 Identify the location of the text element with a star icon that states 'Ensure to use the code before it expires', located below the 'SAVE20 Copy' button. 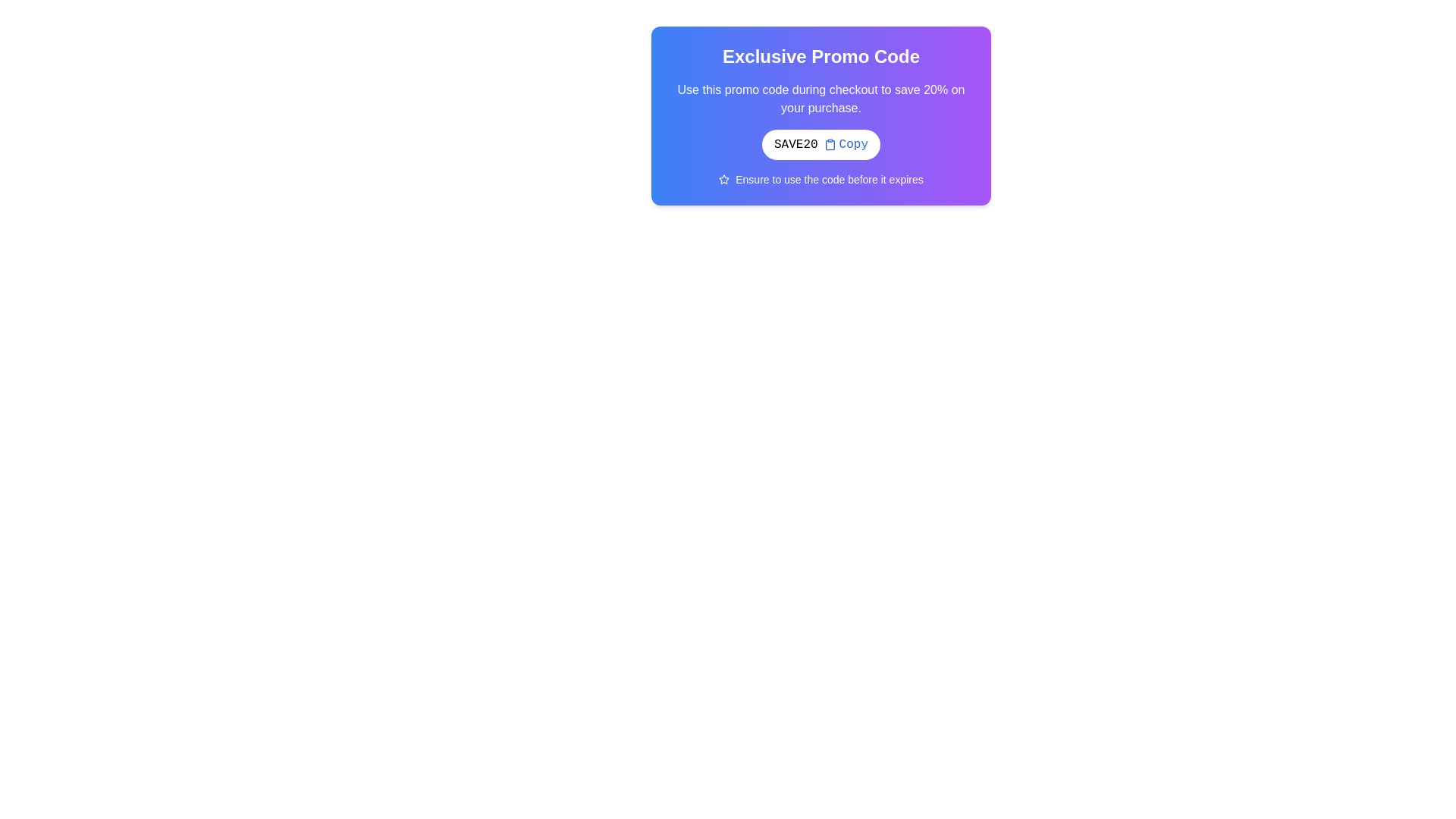
(821, 178).